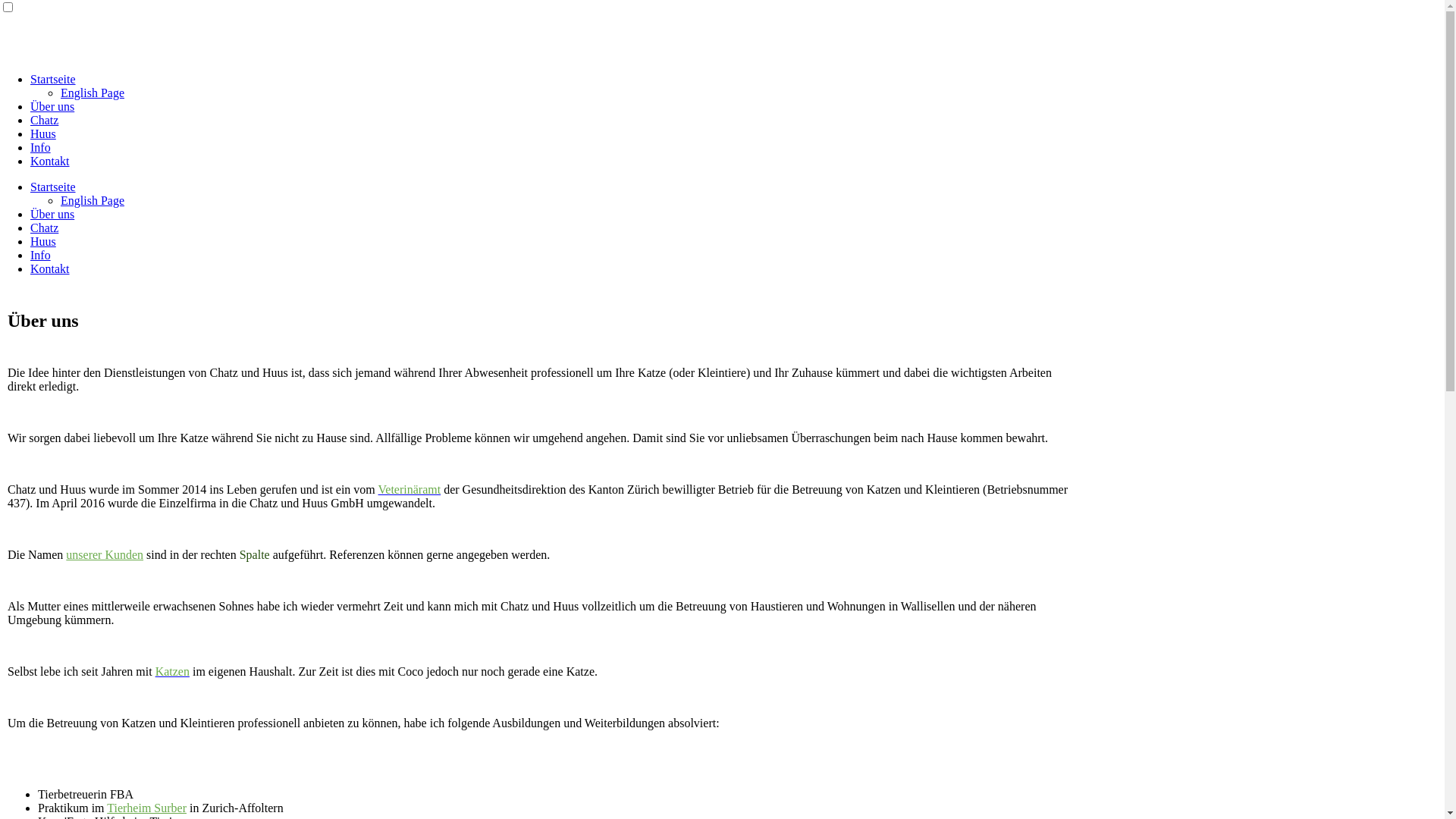 This screenshot has width=1456, height=819. Describe the element at coordinates (40, 254) in the screenshot. I see `'Info'` at that location.